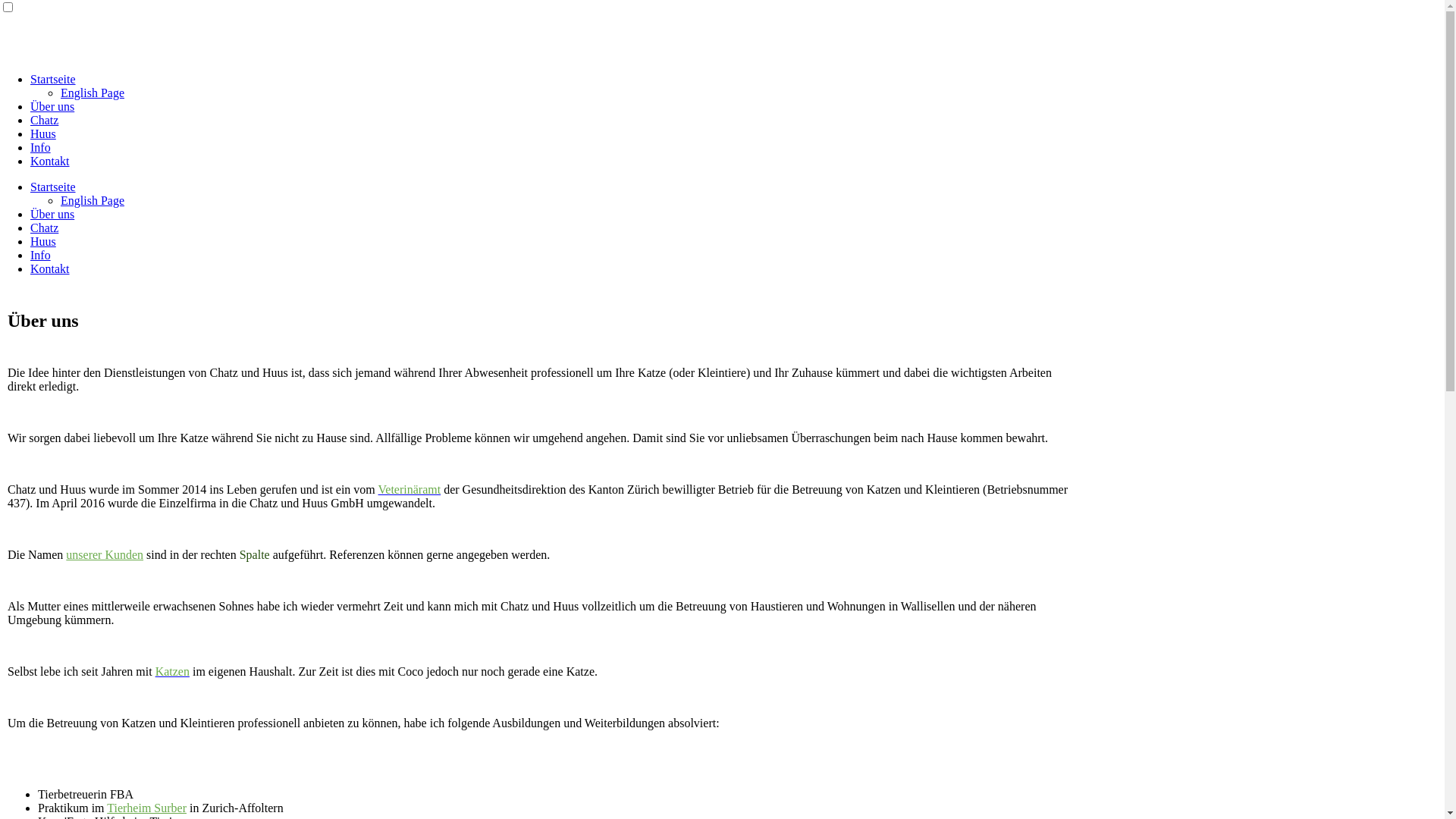 This screenshot has width=1456, height=819. Describe the element at coordinates (40, 254) in the screenshot. I see `'Info'` at that location.